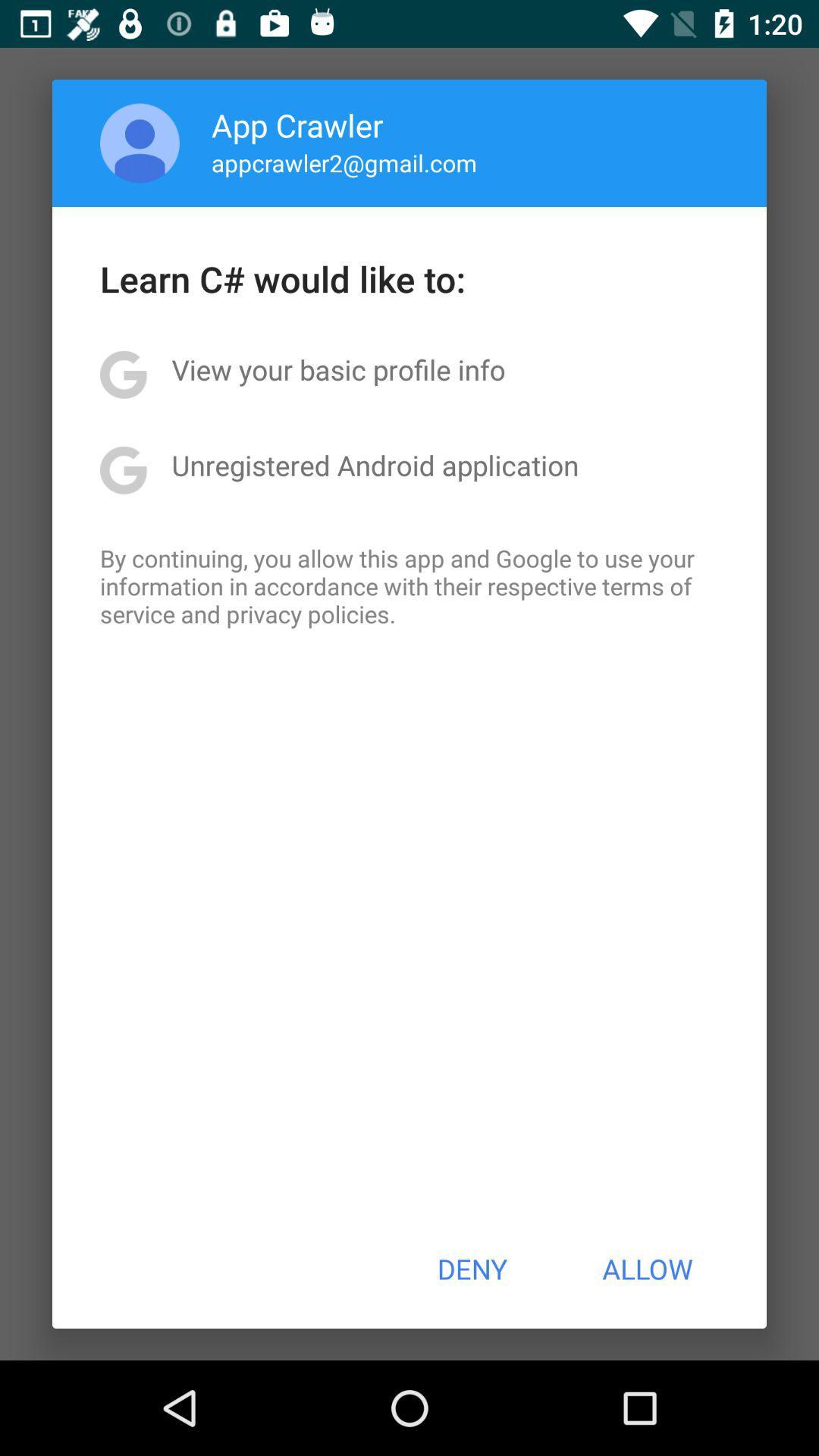 This screenshot has width=819, height=1456. Describe the element at coordinates (297, 124) in the screenshot. I see `app crawler item` at that location.